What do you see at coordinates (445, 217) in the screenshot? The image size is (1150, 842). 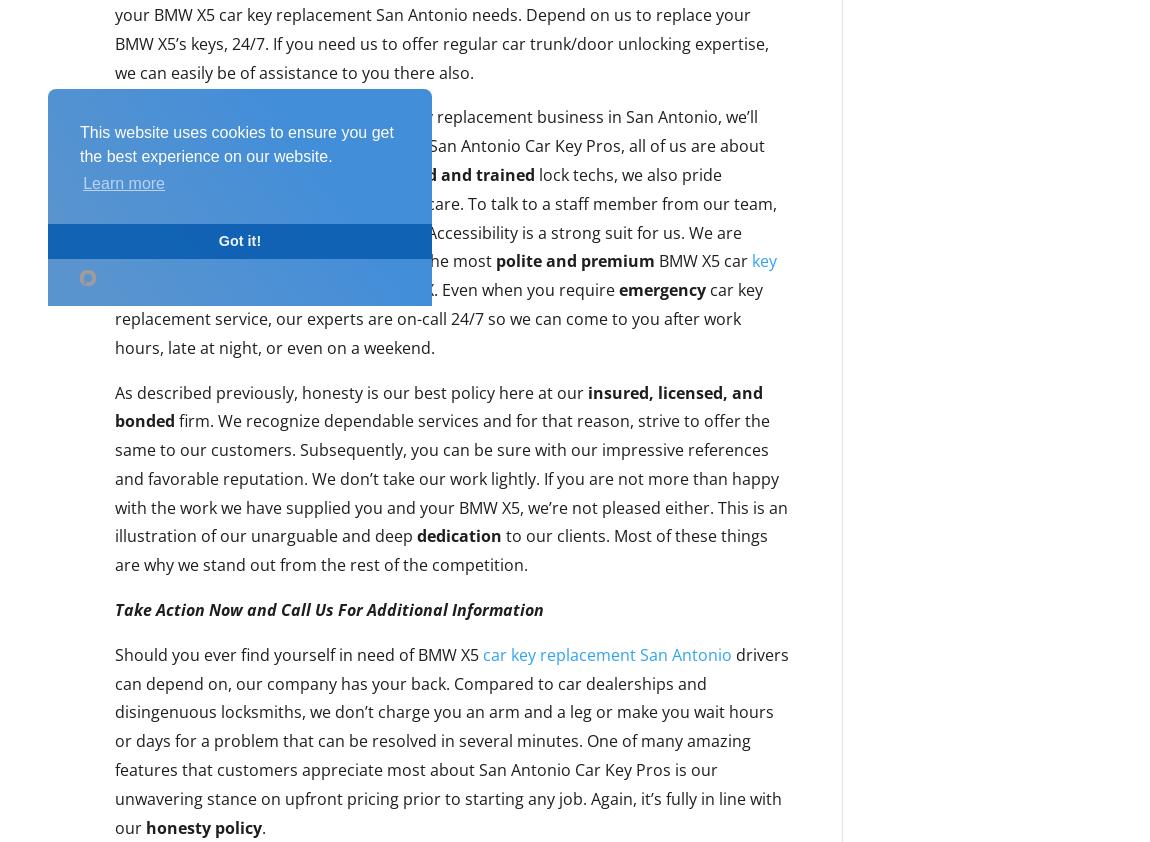 I see `'lock techs, we also pride ourselves on providing superb customer care. To talk to a staff member from our team, assistance is a mere telephone call away. Accessibility is a strong suit for us. We are available 24/7 to provide our clients with the most'` at bounding box center [445, 217].